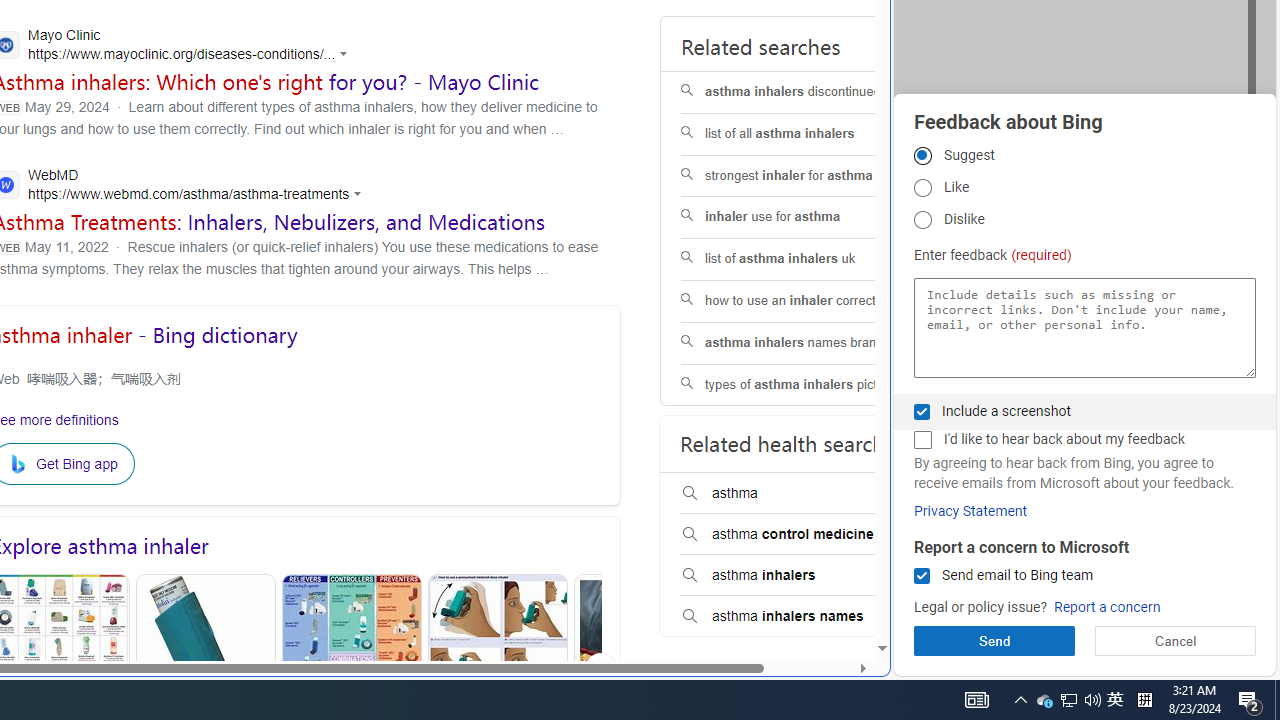 Image resolution: width=1280 pixels, height=720 pixels. I want to click on 'Privacy Statement', so click(970, 510).